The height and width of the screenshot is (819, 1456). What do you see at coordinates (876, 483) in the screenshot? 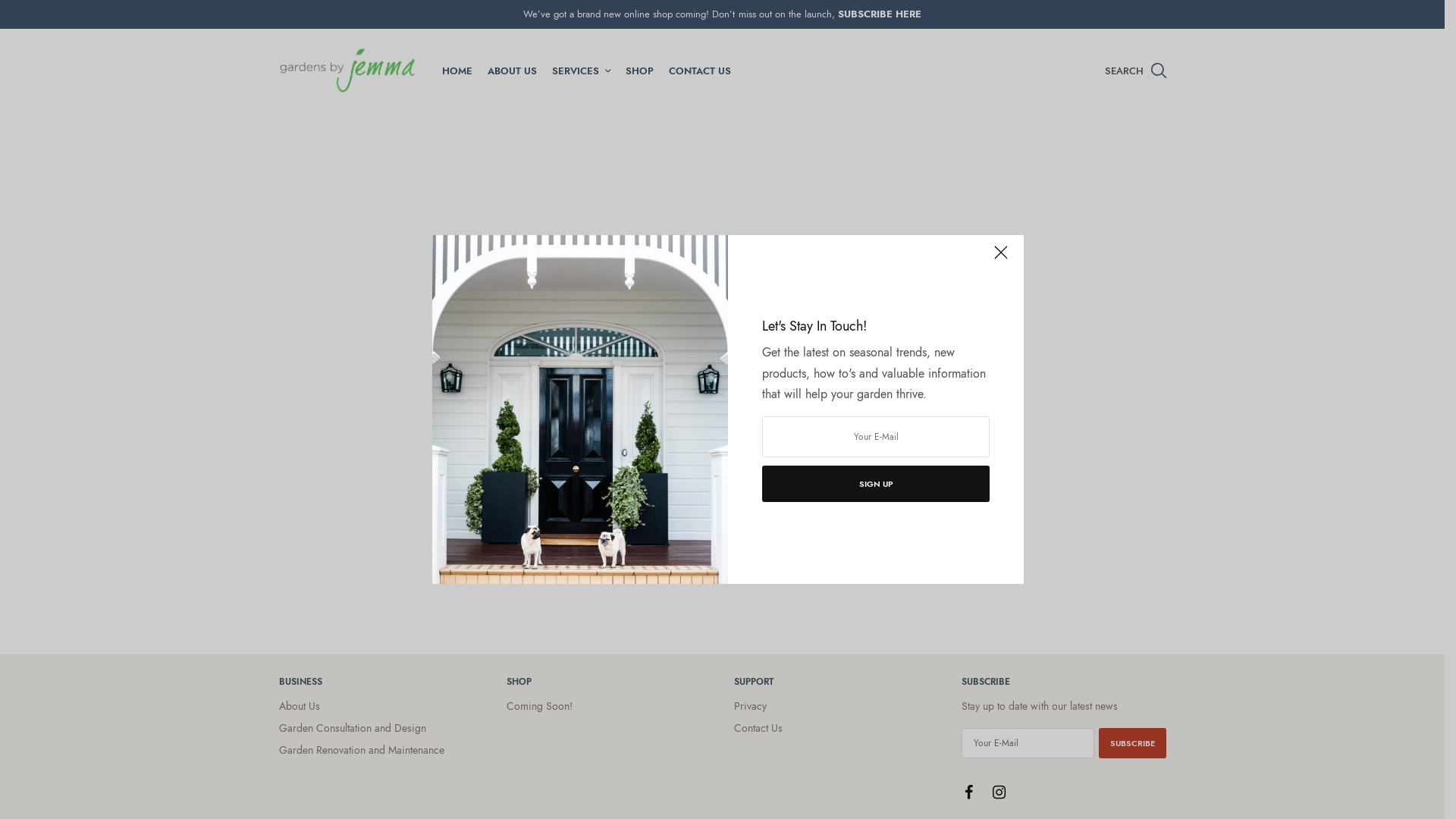
I see `'SIGN UP'` at bounding box center [876, 483].